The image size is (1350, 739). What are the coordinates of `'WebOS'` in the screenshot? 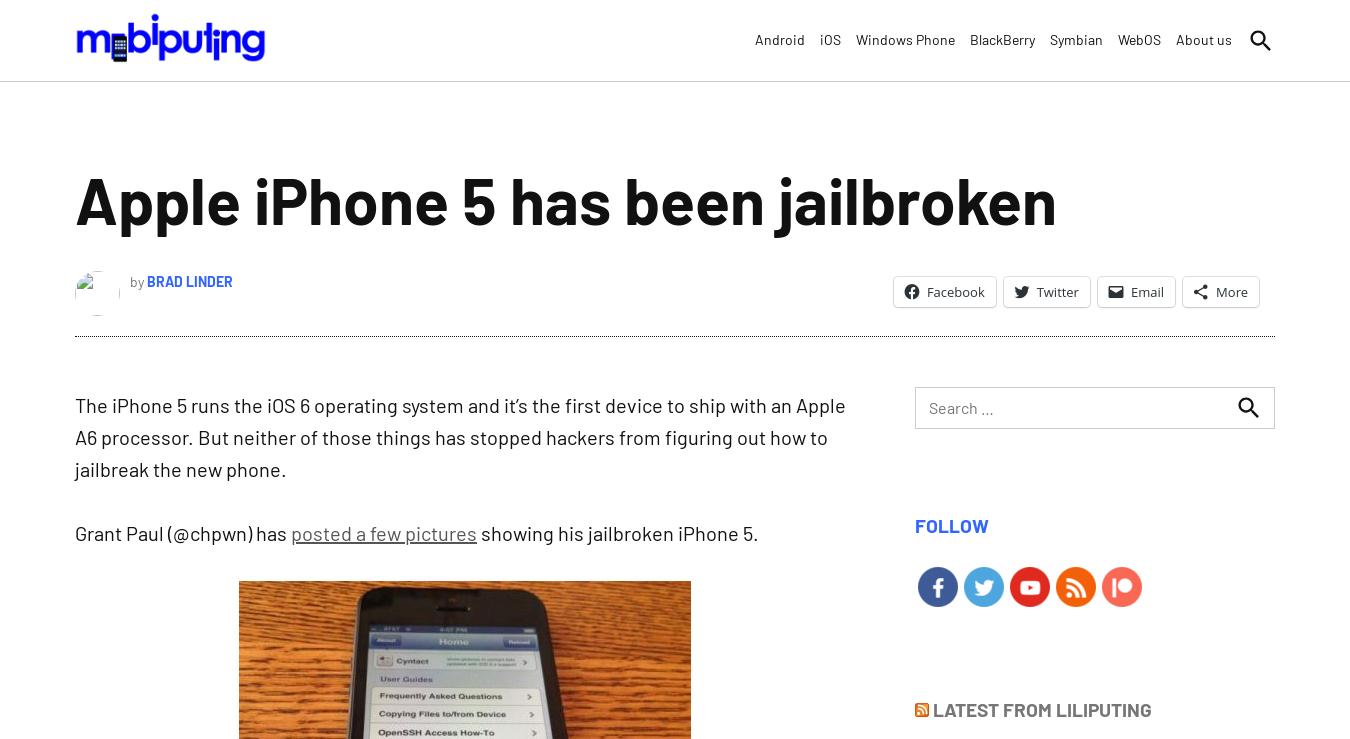 It's located at (1117, 39).